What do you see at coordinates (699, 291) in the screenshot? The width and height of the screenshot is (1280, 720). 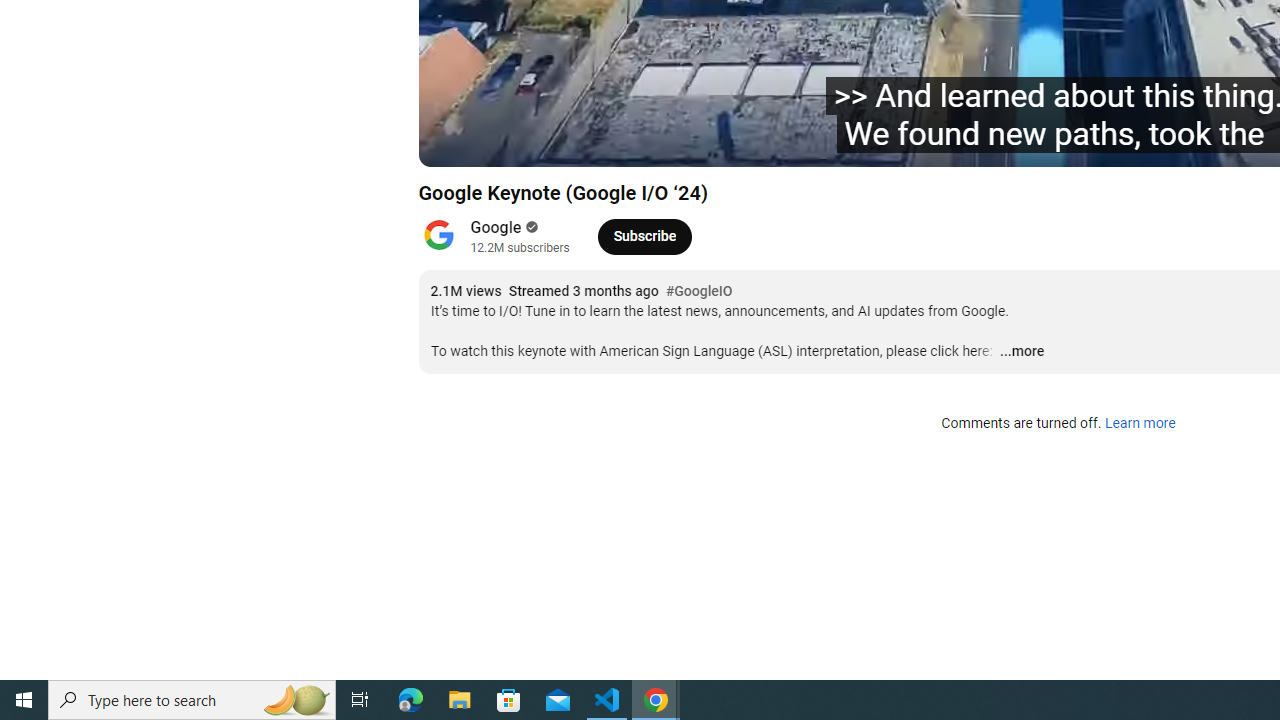 I see `'#GoogleIO'` at bounding box center [699, 291].